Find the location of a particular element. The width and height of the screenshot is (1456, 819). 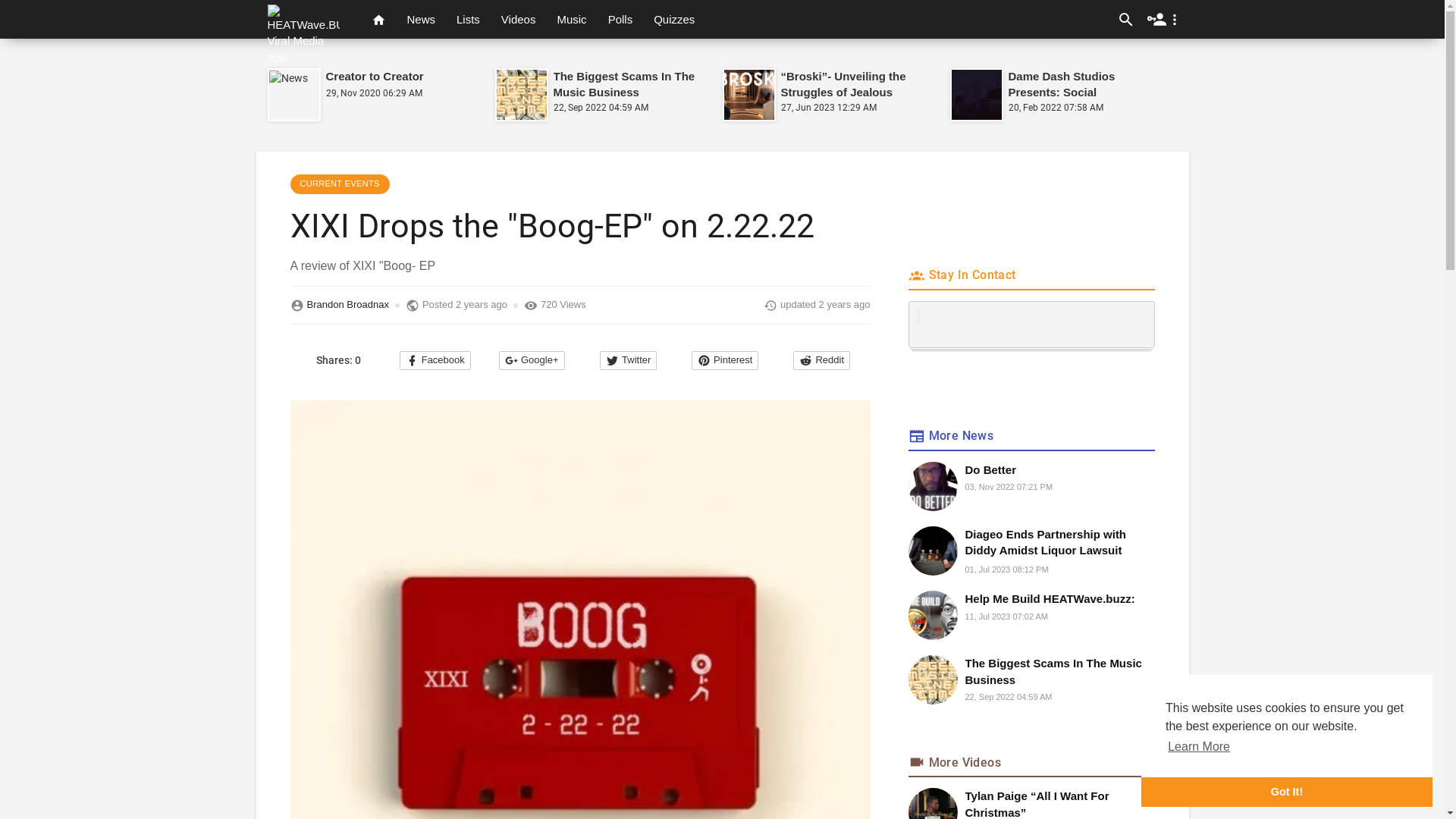

'Quizzes' is located at coordinates (673, 19).